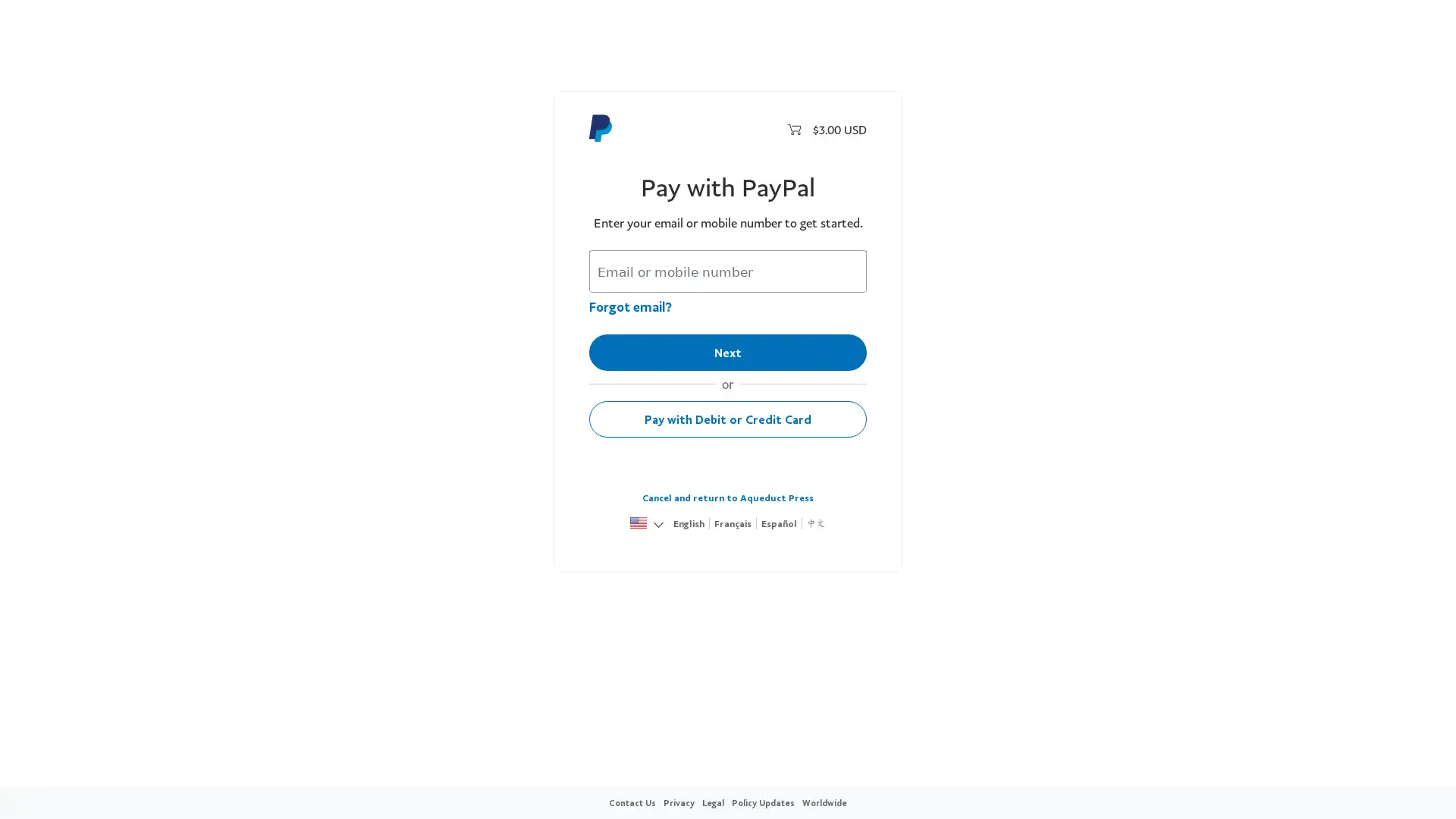 Image resolution: width=1456 pixels, height=819 pixels. Describe the element at coordinates (728, 353) in the screenshot. I see `Next` at that location.